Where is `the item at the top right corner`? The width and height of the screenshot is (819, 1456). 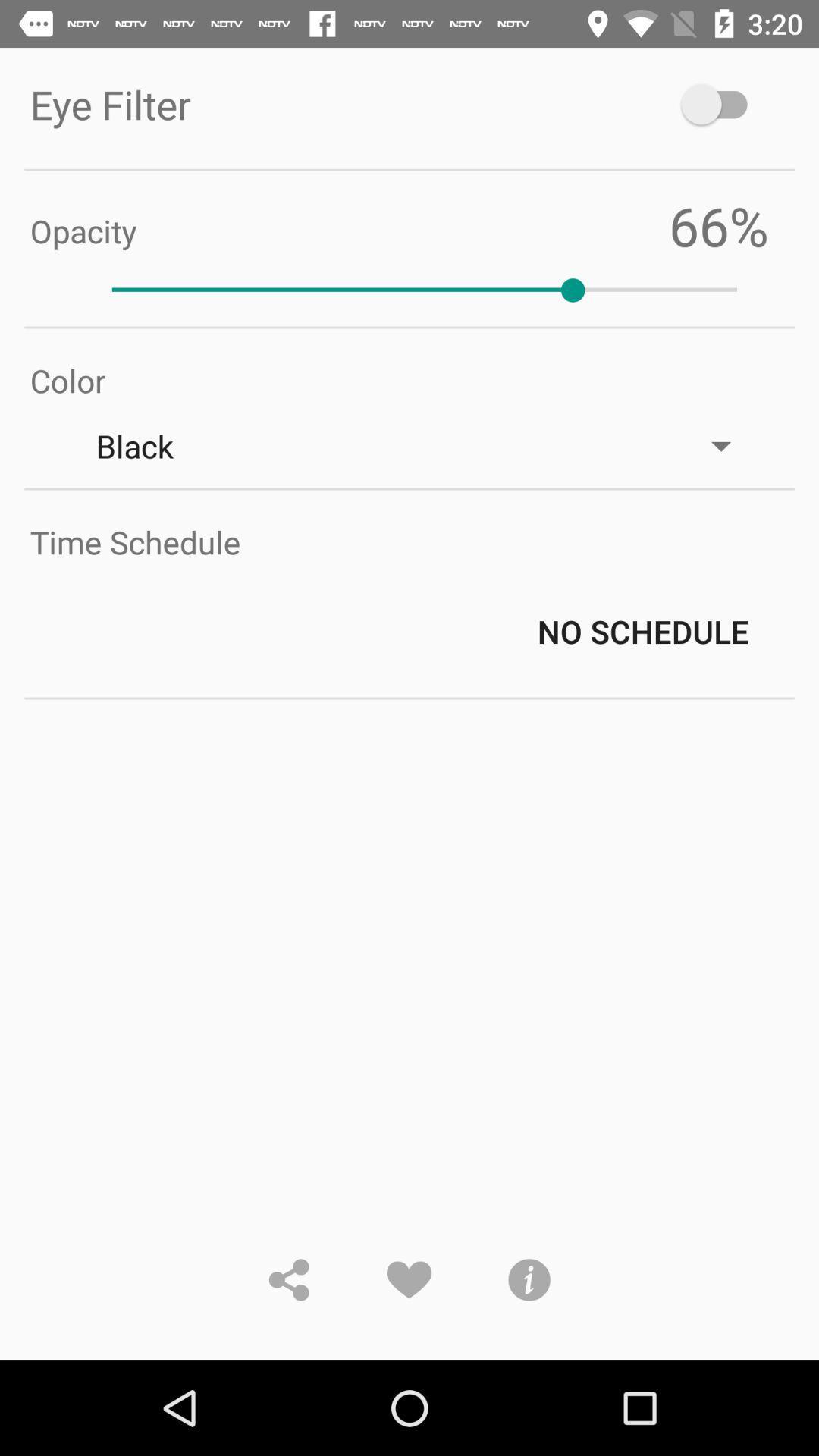 the item at the top right corner is located at coordinates (720, 103).